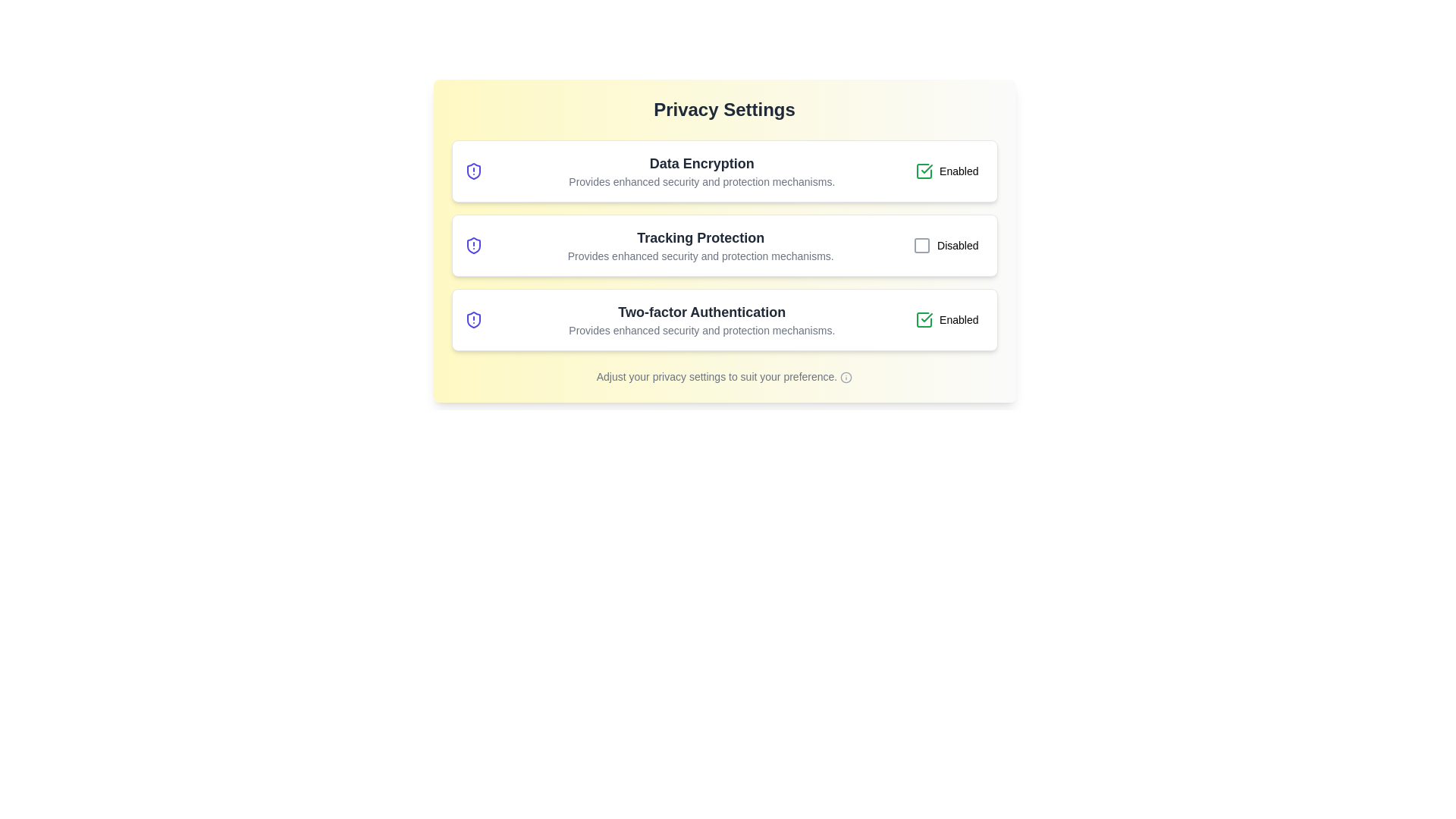  Describe the element at coordinates (946, 318) in the screenshot. I see `the Toggle indicator for 'Two-factor Authentication'` at that location.